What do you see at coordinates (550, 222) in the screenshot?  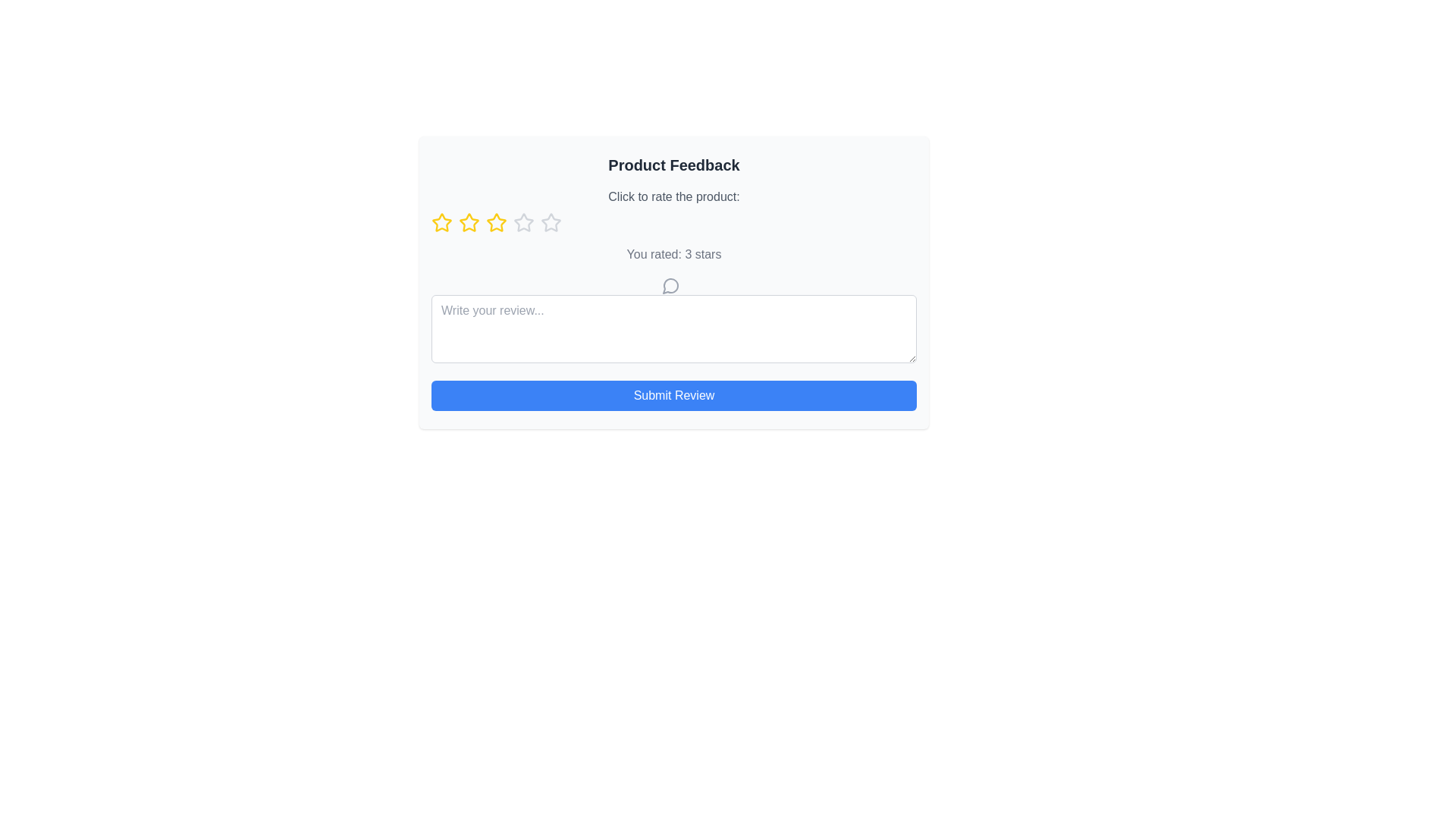 I see `the fourth star-shaped rating icon, which is styled with a gray outline` at bounding box center [550, 222].